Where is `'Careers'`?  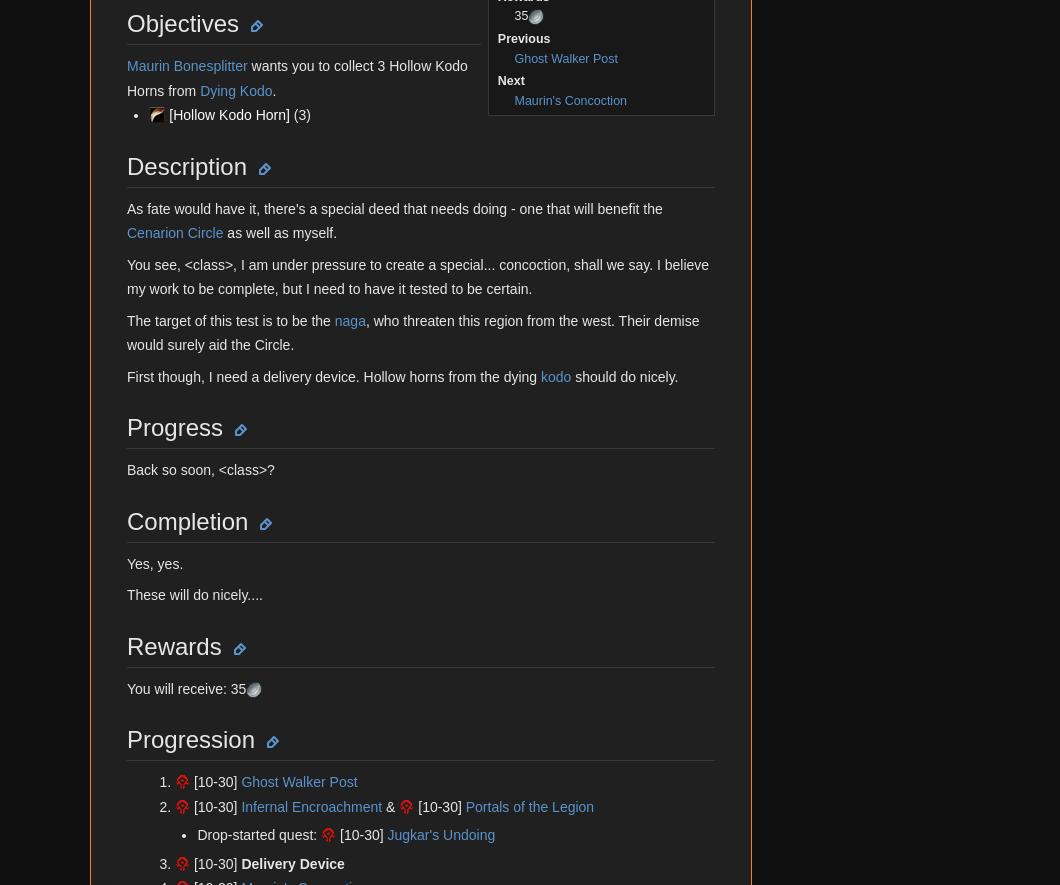 'Careers' is located at coordinates (108, 428).